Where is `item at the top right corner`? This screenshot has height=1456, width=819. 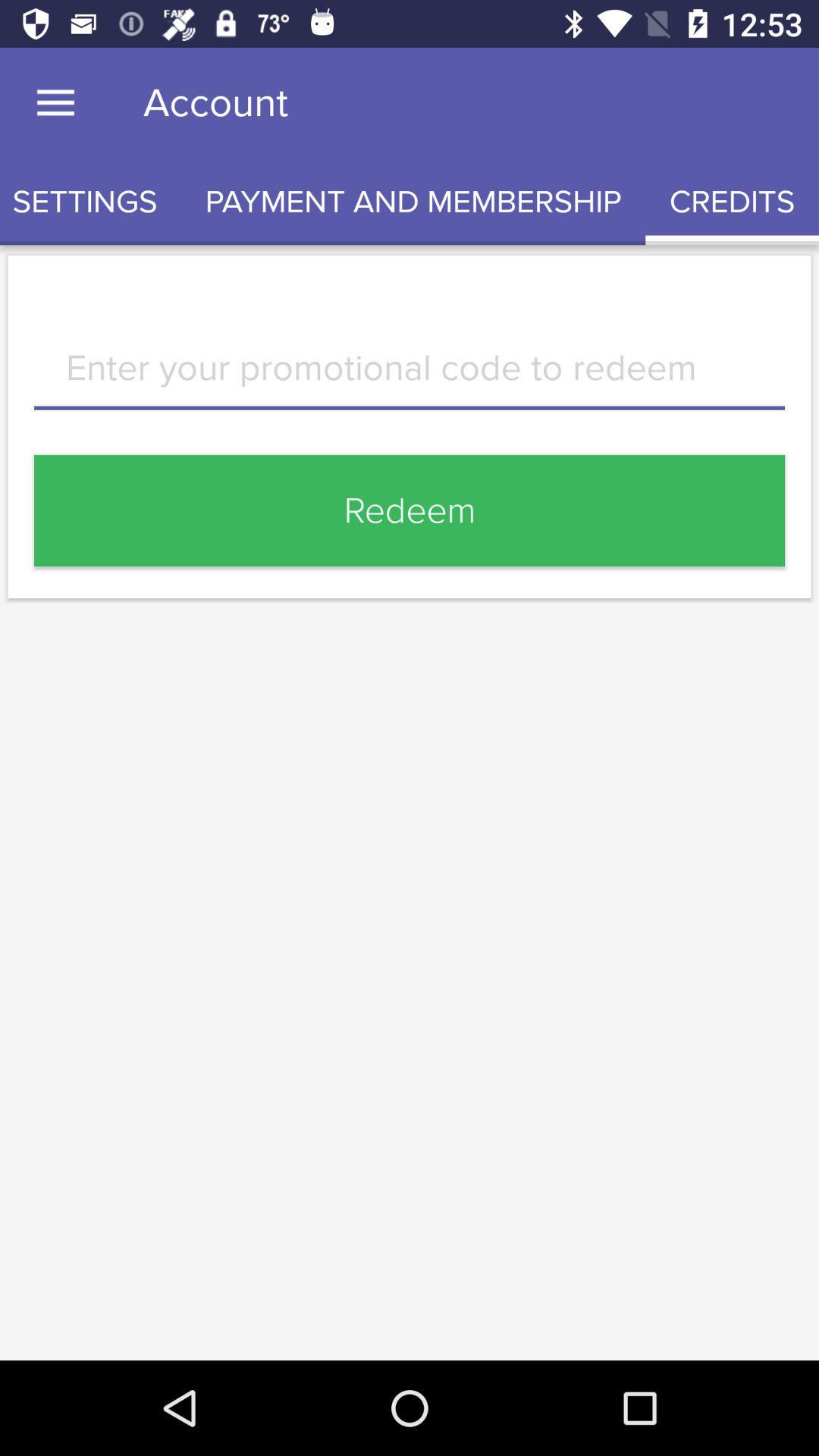
item at the top right corner is located at coordinates (731, 201).